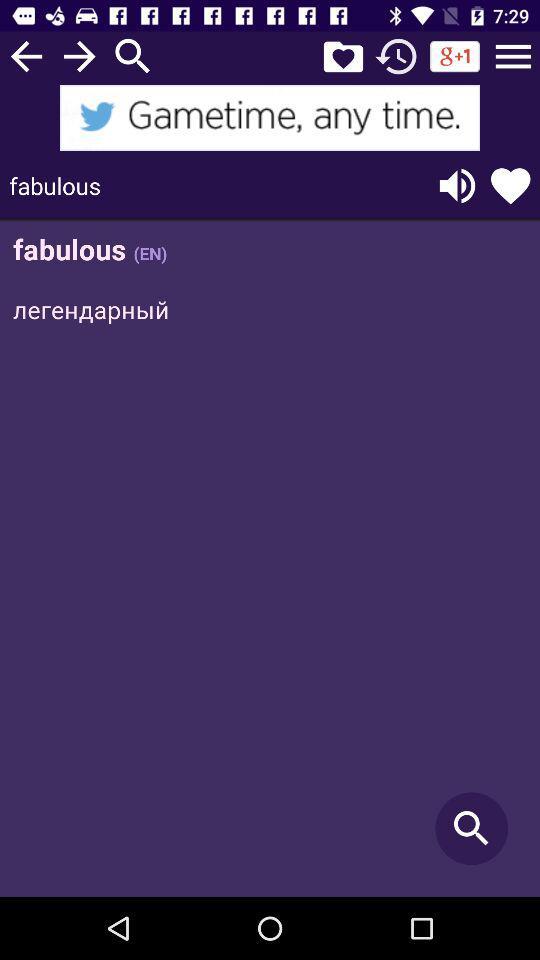  I want to click on the history icon, so click(396, 55).